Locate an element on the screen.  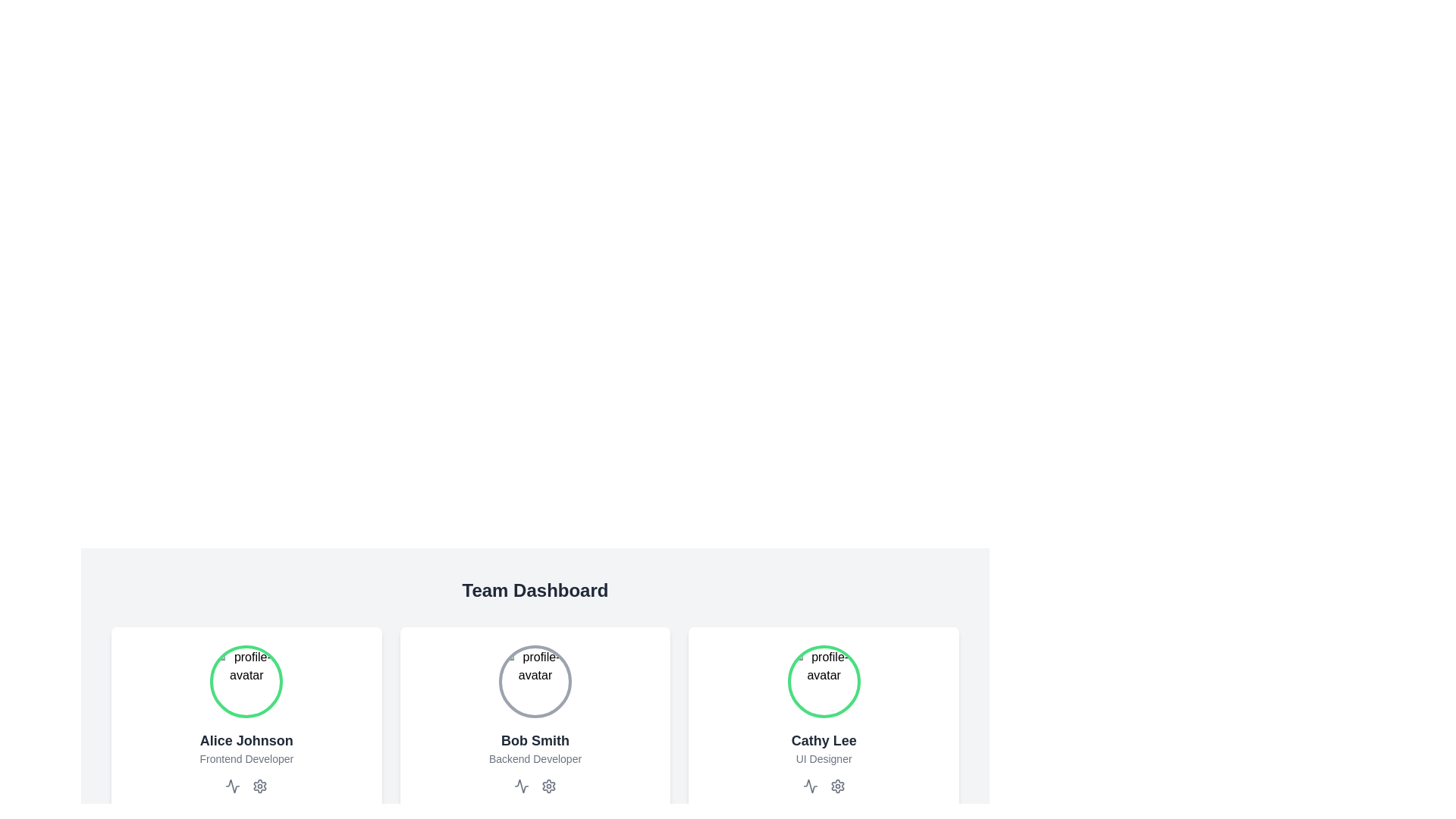
the circular profile image placeholder for Bob Smith in the Team Dashboard section is located at coordinates (535, 680).